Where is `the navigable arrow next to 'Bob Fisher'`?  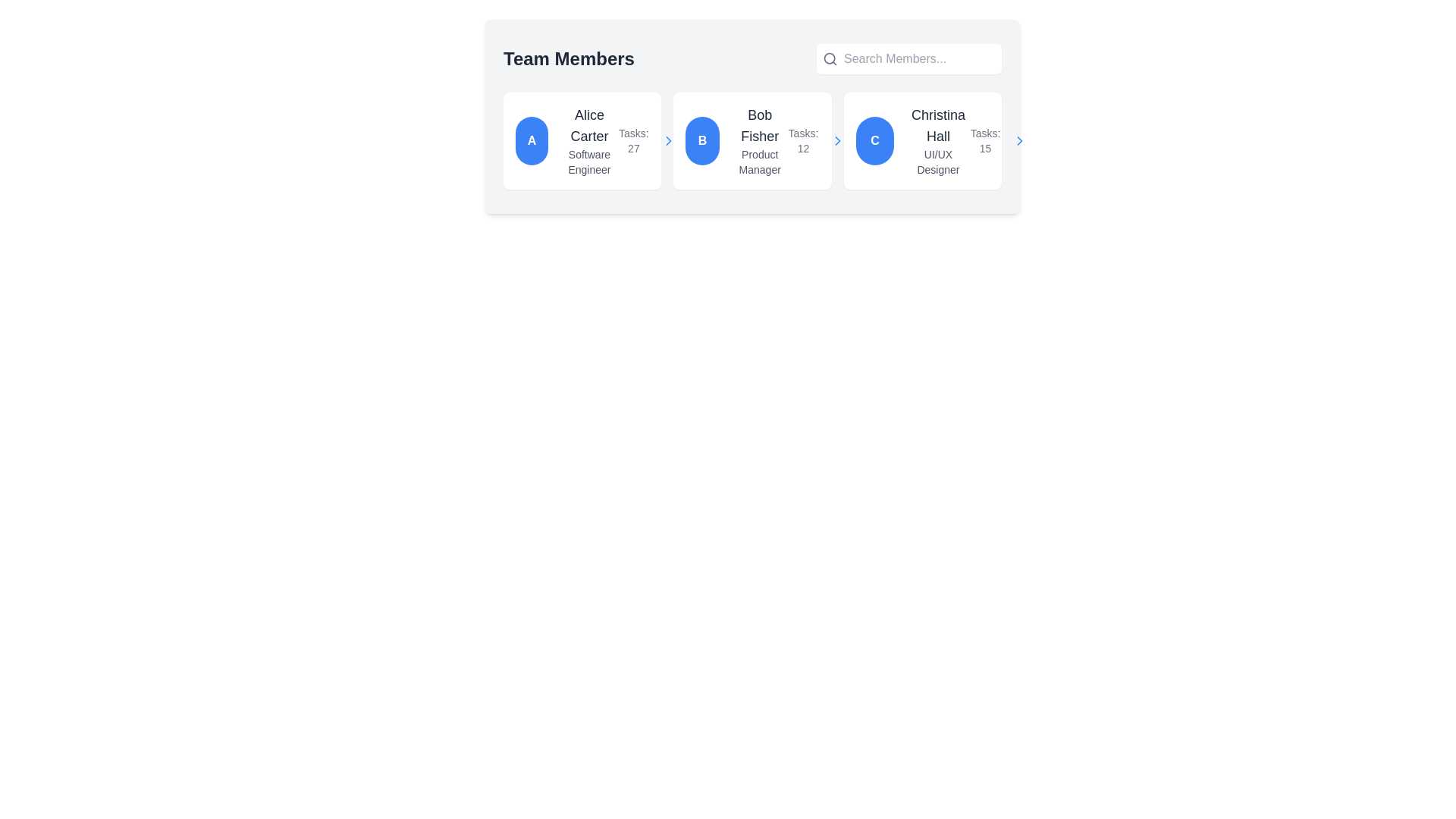
the navigable arrow next to 'Bob Fisher' is located at coordinates (816, 140).